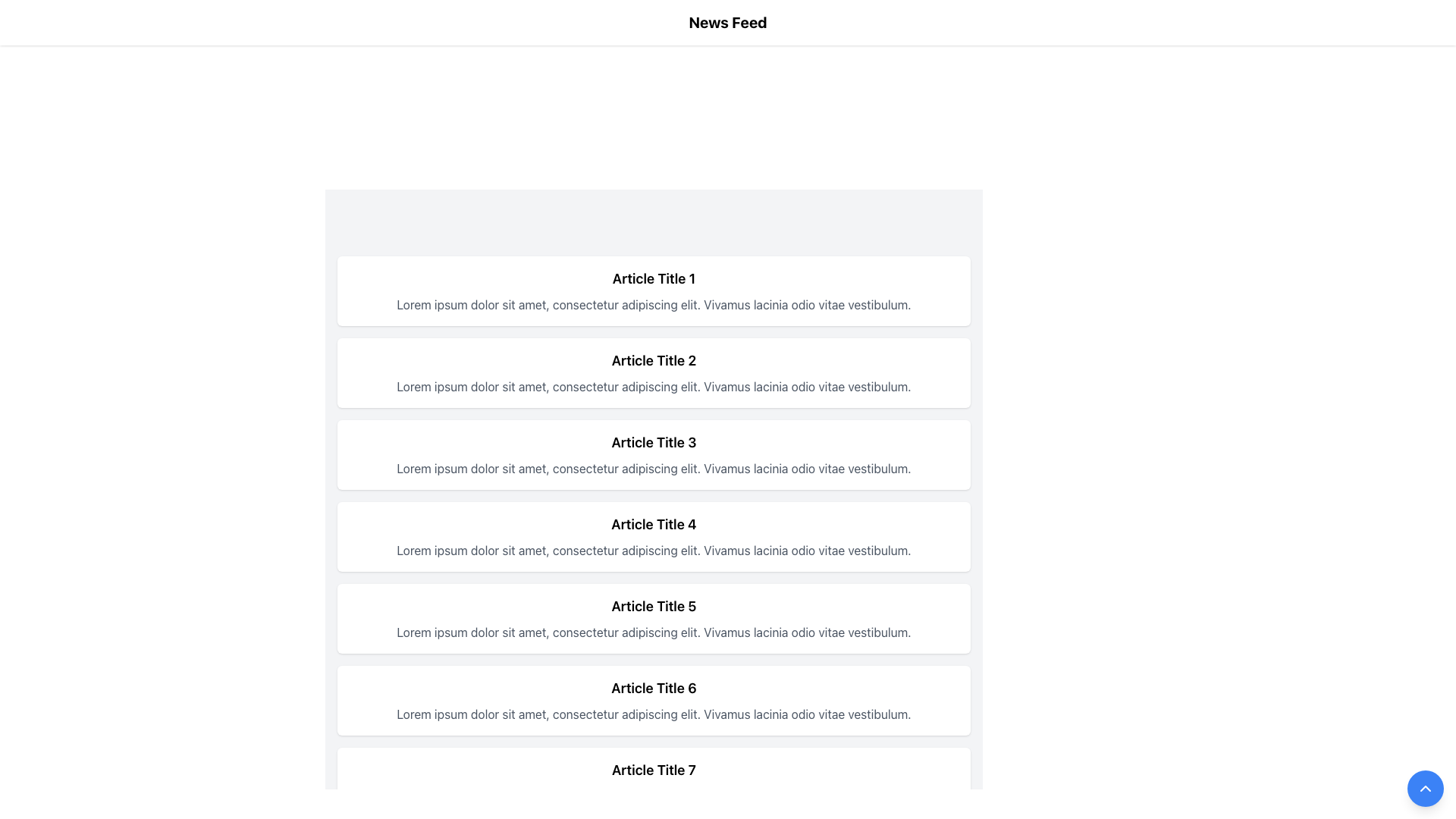 The height and width of the screenshot is (819, 1456). Describe the element at coordinates (654, 442) in the screenshot. I see `the text label displaying 'Article Title 3'` at that location.